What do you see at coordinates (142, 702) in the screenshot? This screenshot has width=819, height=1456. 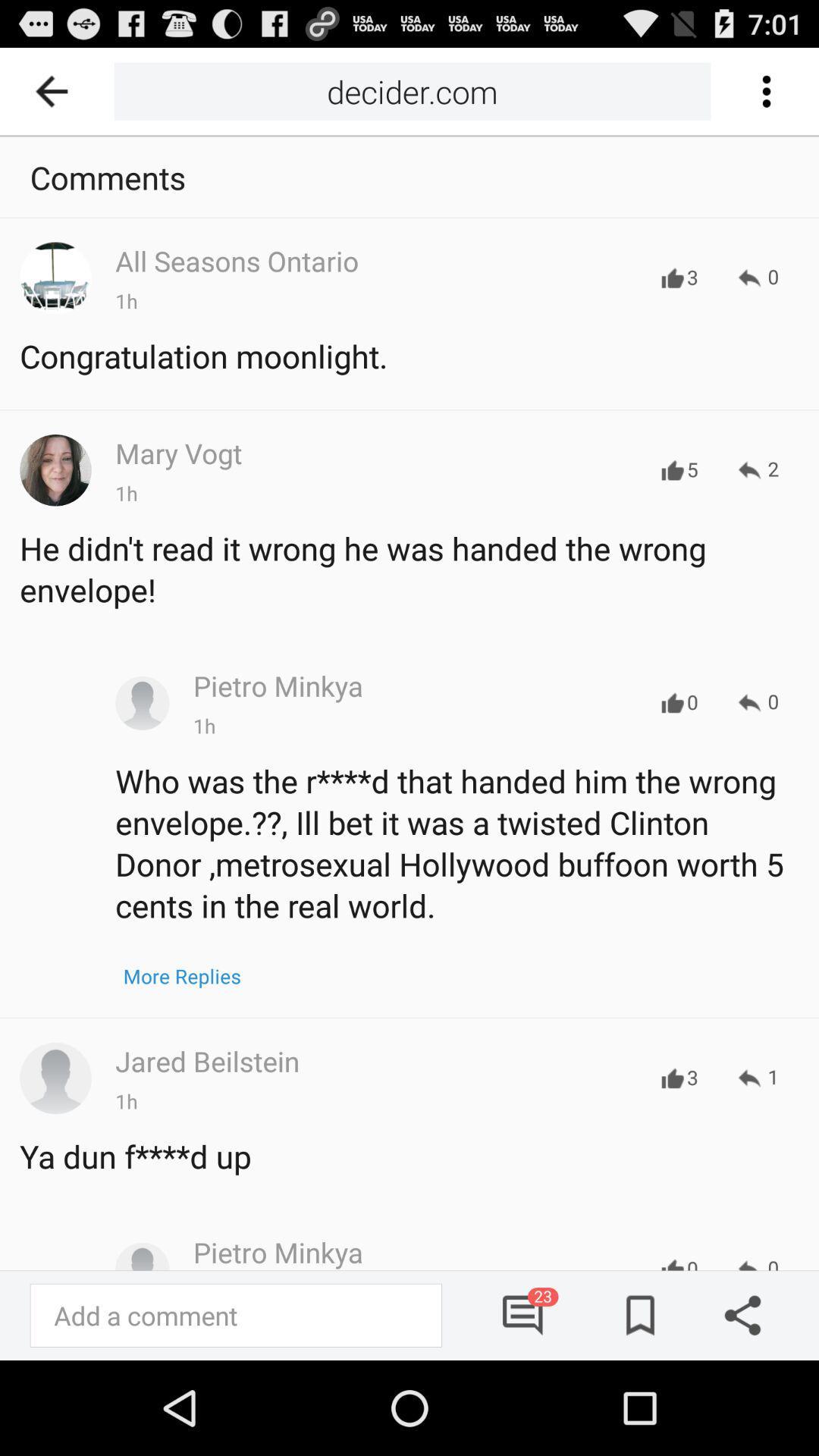 I see `profile` at bounding box center [142, 702].